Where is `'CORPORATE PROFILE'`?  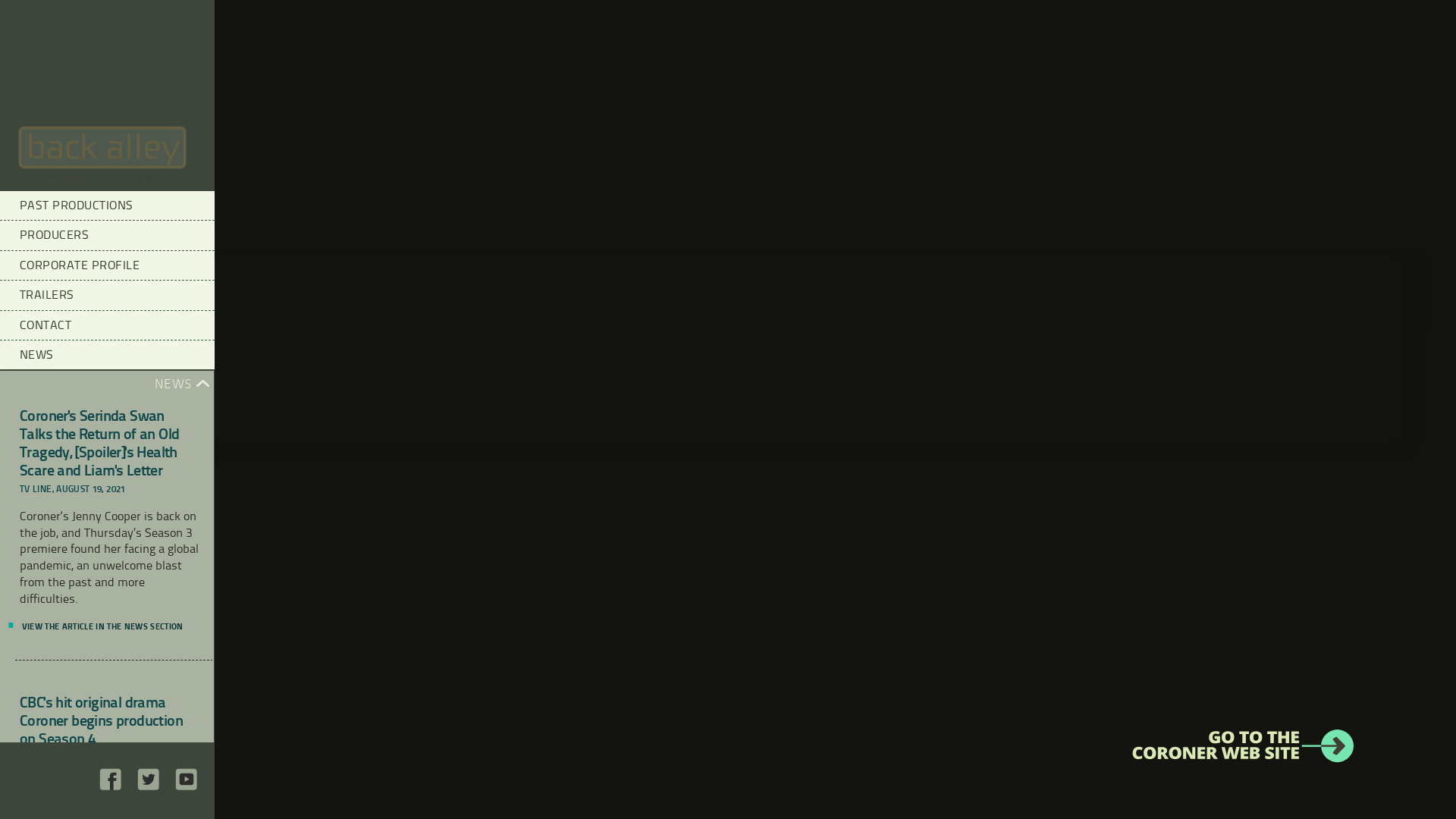
'CORPORATE PROFILE' is located at coordinates (106, 264).